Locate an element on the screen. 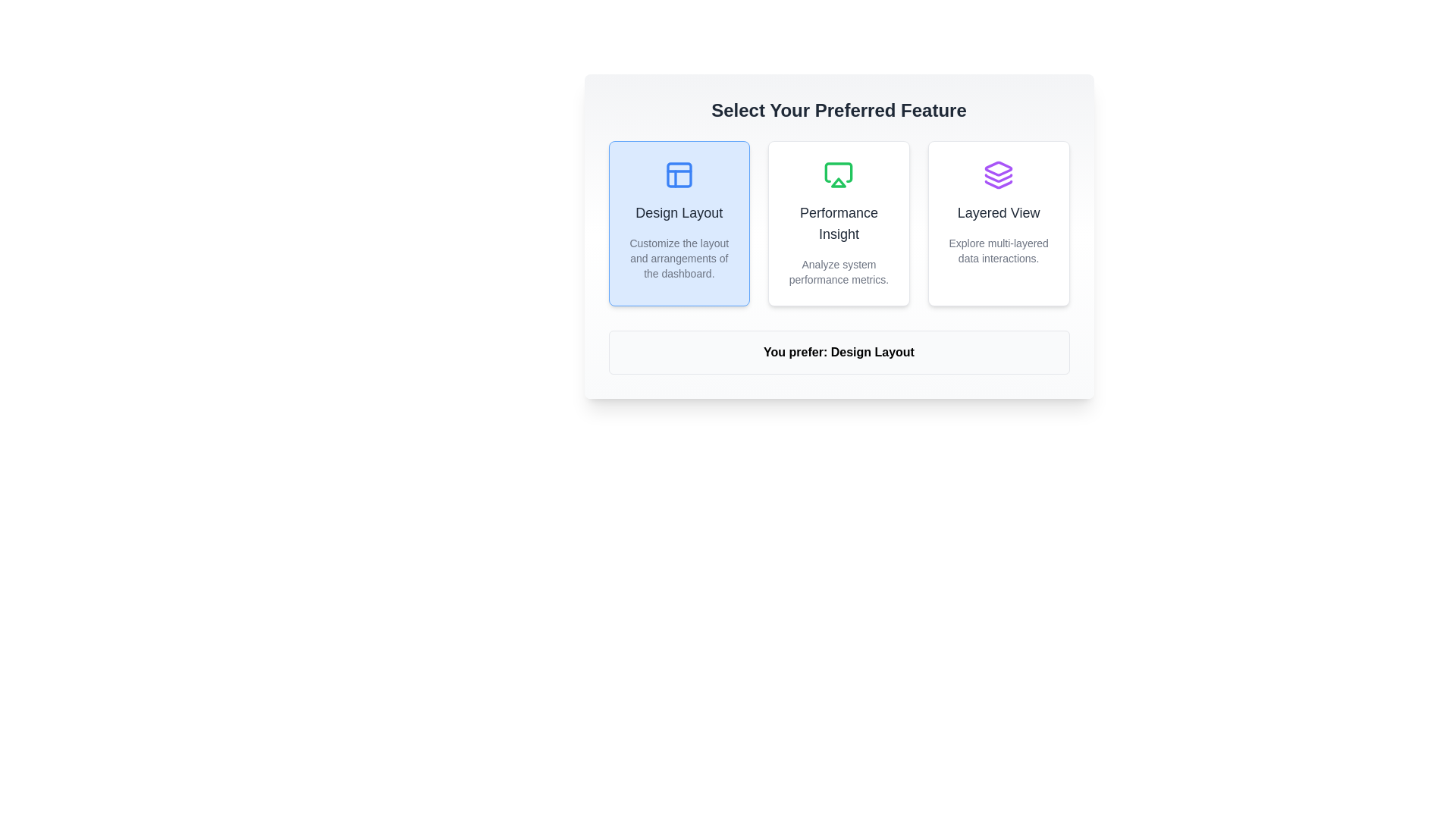 This screenshot has height=819, width=1456. the purple layered icon located at the top center of the 'Layered View' card, which is the rightmost card among three horizontal cards is located at coordinates (999, 174).